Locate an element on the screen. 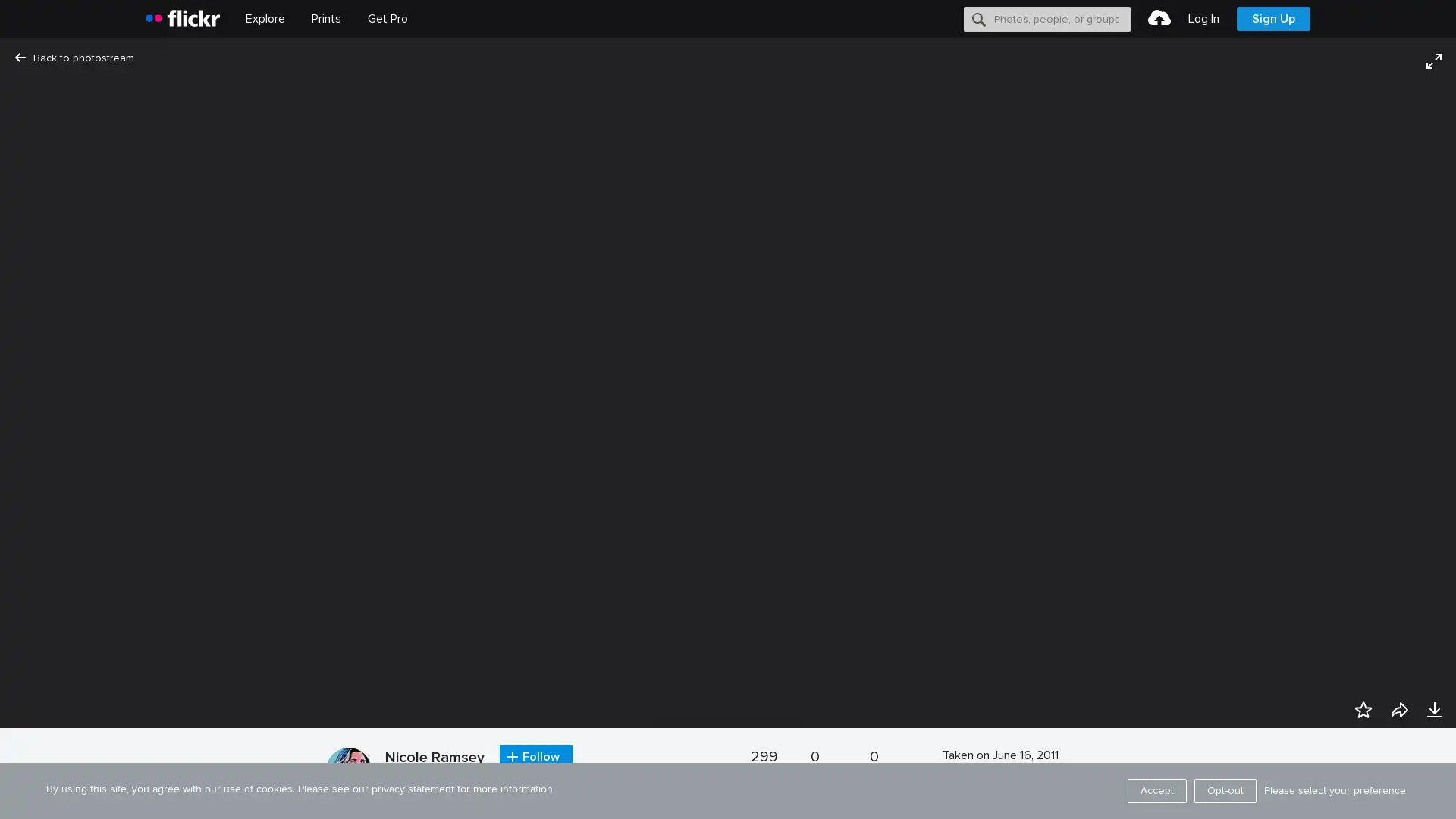 The width and height of the screenshot is (1456, 819). Opt-out is located at coordinates (1225, 789).